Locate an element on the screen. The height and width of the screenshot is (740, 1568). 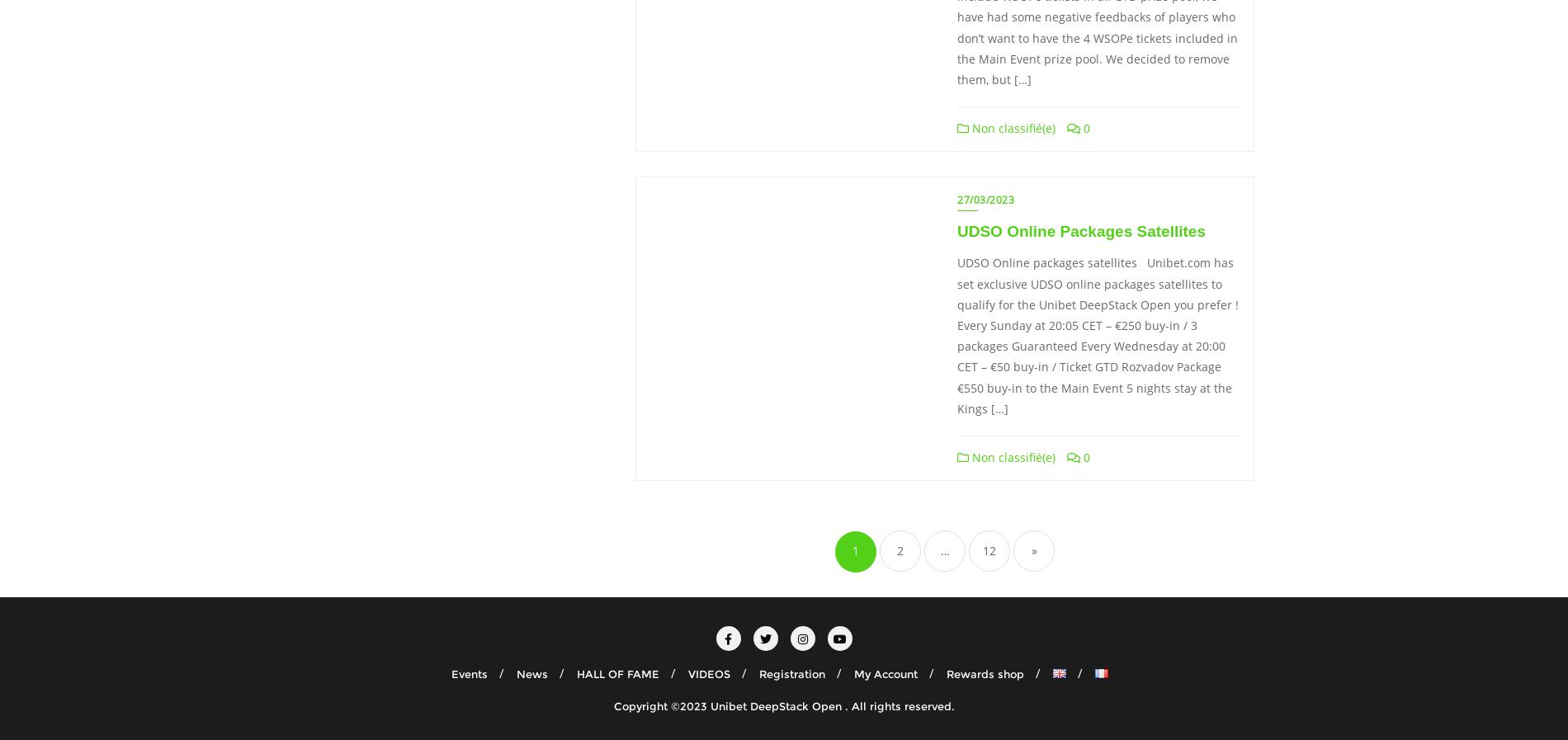
'27/03/2023' is located at coordinates (985, 199).